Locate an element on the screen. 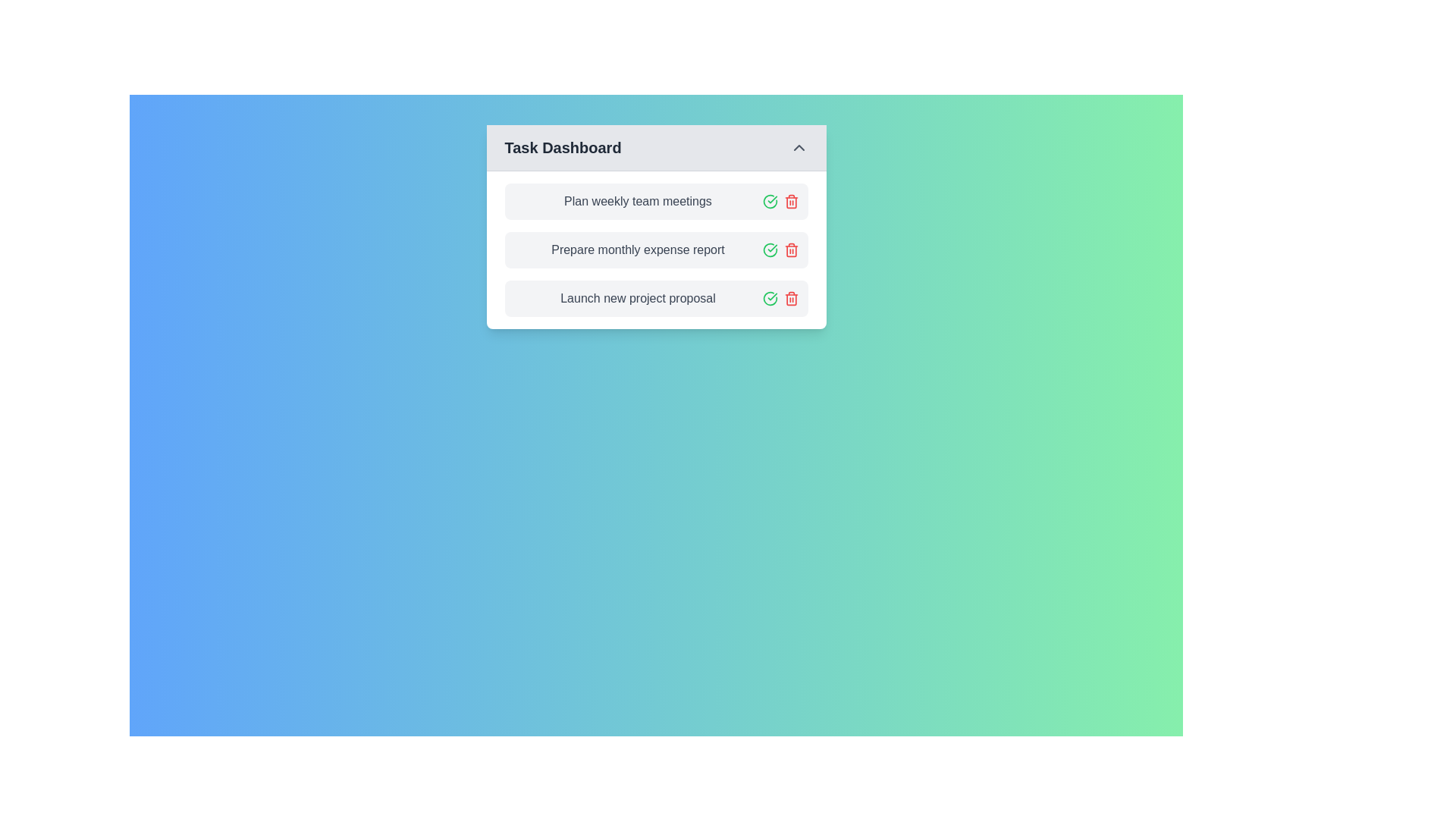 Image resolution: width=1456 pixels, height=819 pixels. task label text 'Prepare monthly expense report' which is positioned in the middle of a vertical list within a task management interface is located at coordinates (638, 249).